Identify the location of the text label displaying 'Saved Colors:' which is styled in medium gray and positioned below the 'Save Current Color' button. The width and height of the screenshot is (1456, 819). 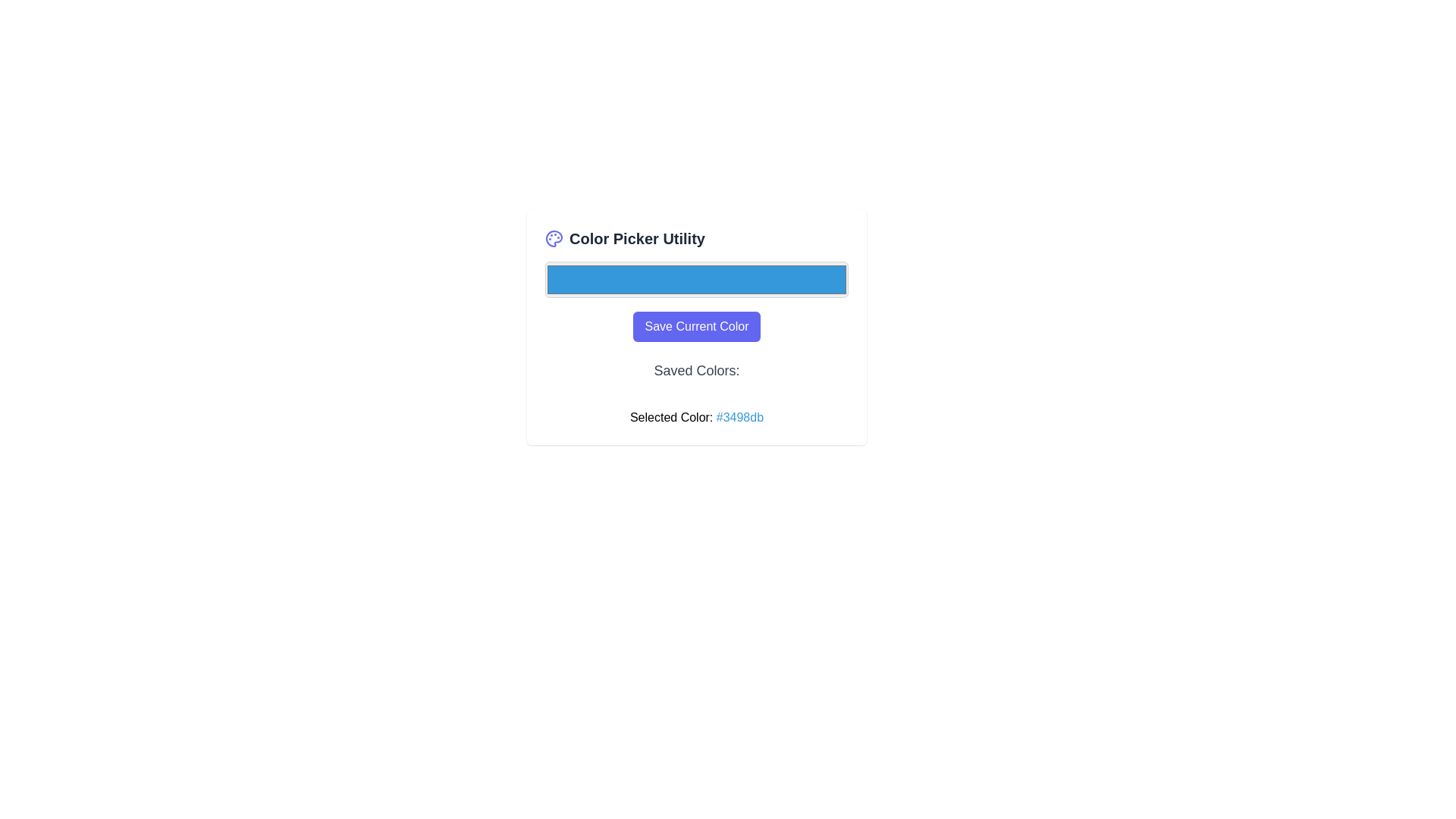
(695, 371).